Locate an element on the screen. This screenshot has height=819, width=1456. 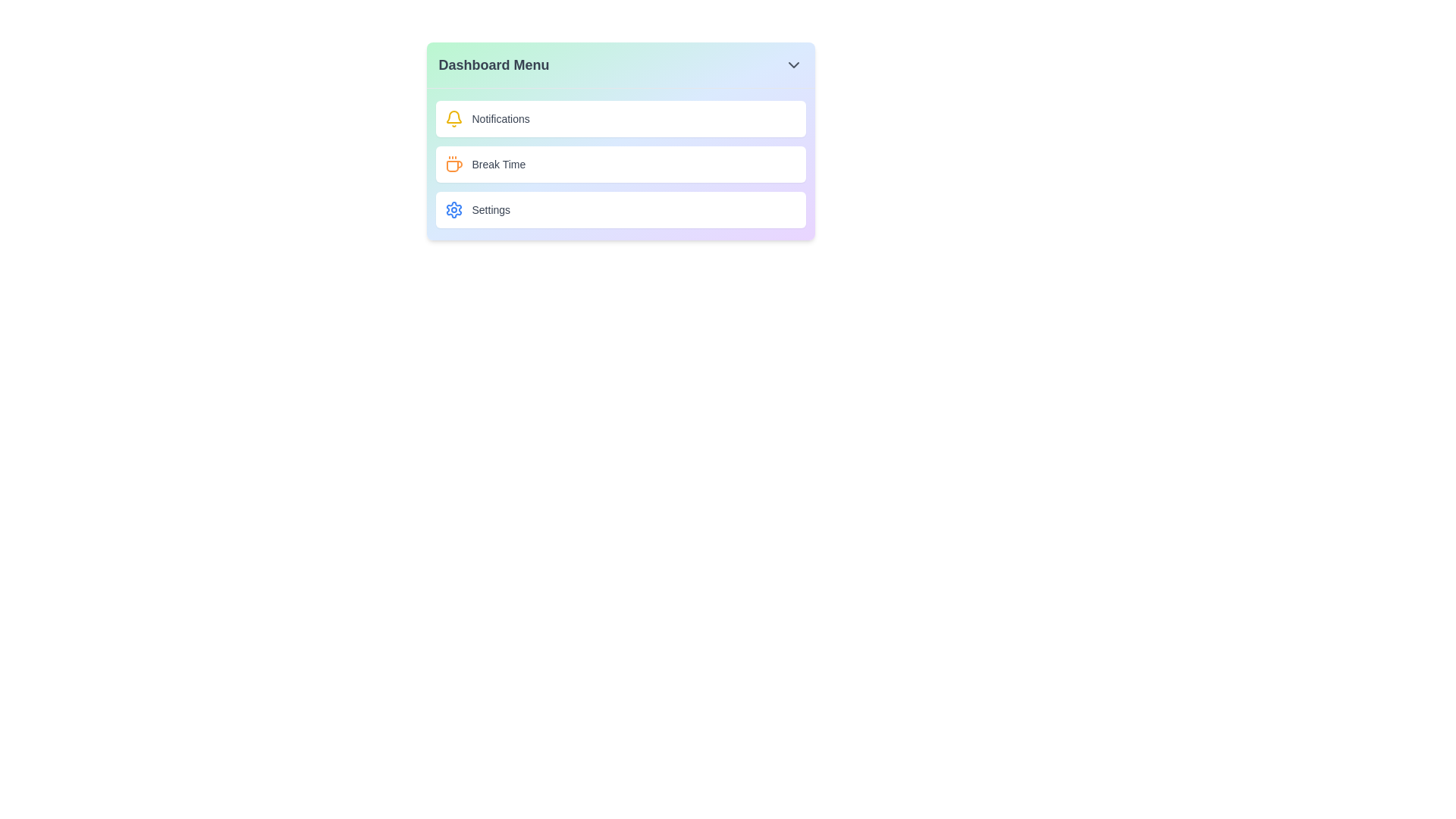
the 'Notifications' label in the menu, which is positioned to the right of a yellow bell icon and within a light-colored box with rounded corners is located at coordinates (500, 118).